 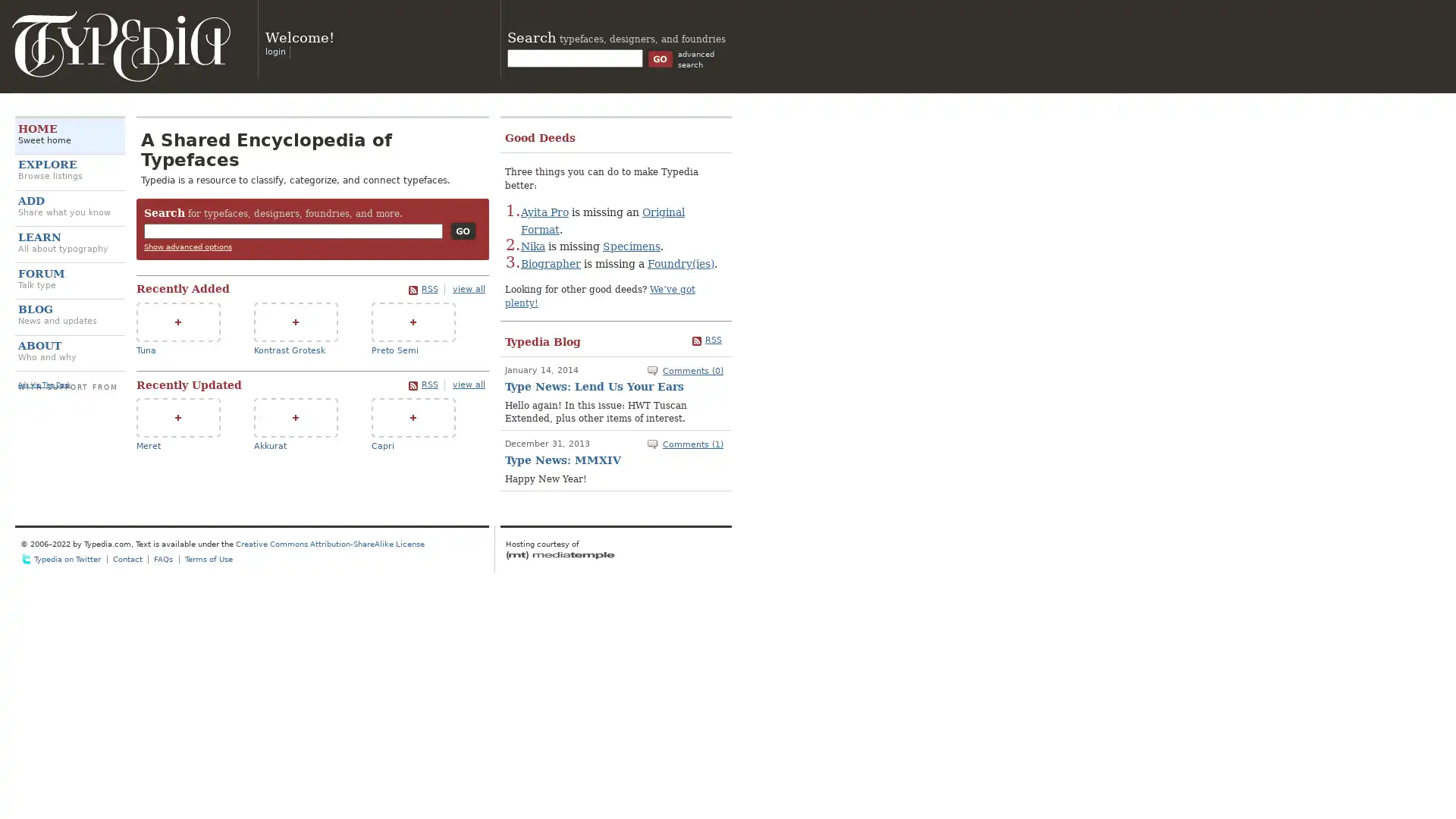 What do you see at coordinates (660, 58) in the screenshot?
I see `Go` at bounding box center [660, 58].